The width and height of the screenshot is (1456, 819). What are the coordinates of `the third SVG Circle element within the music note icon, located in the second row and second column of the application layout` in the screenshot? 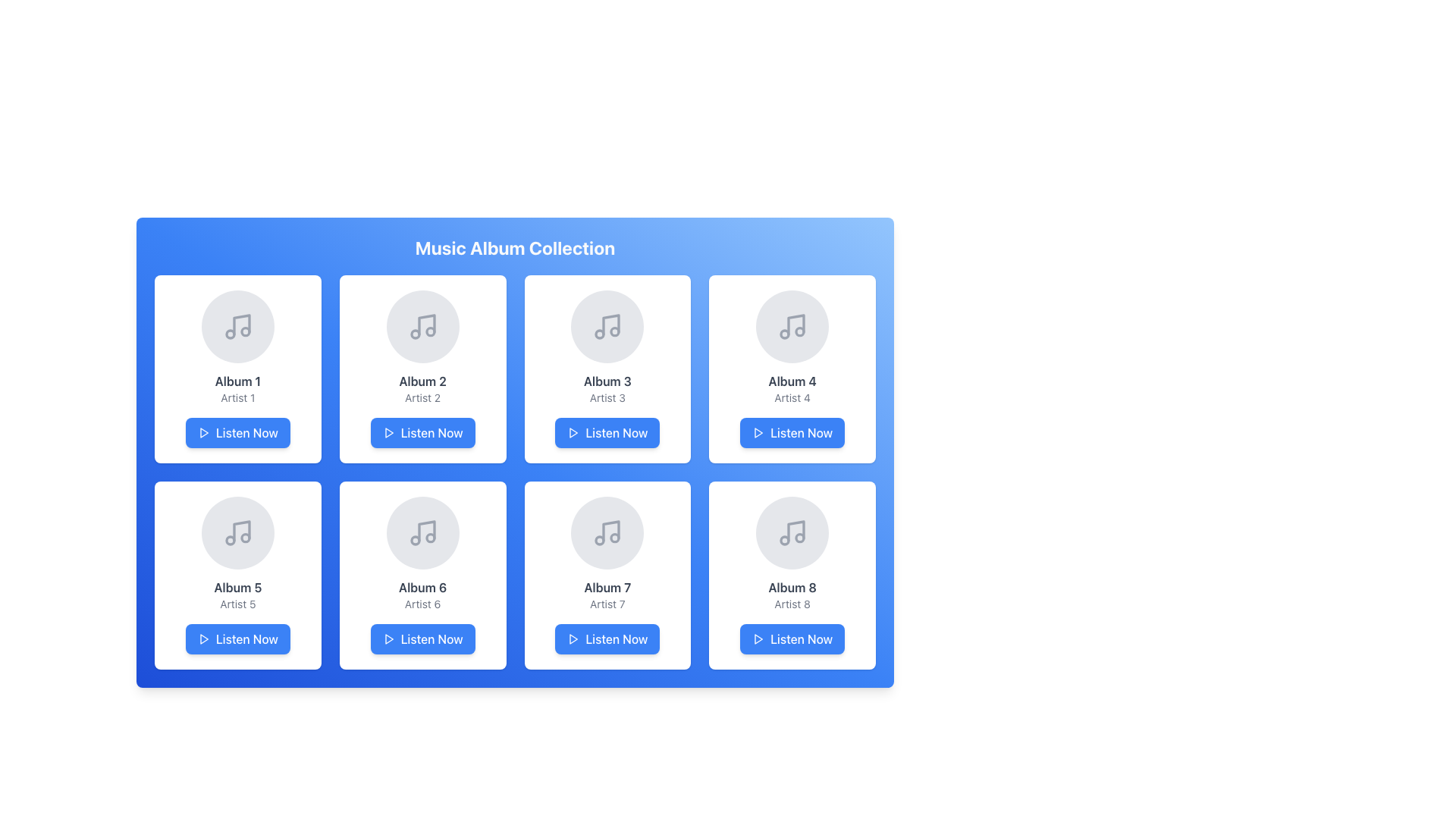 It's located at (429, 537).